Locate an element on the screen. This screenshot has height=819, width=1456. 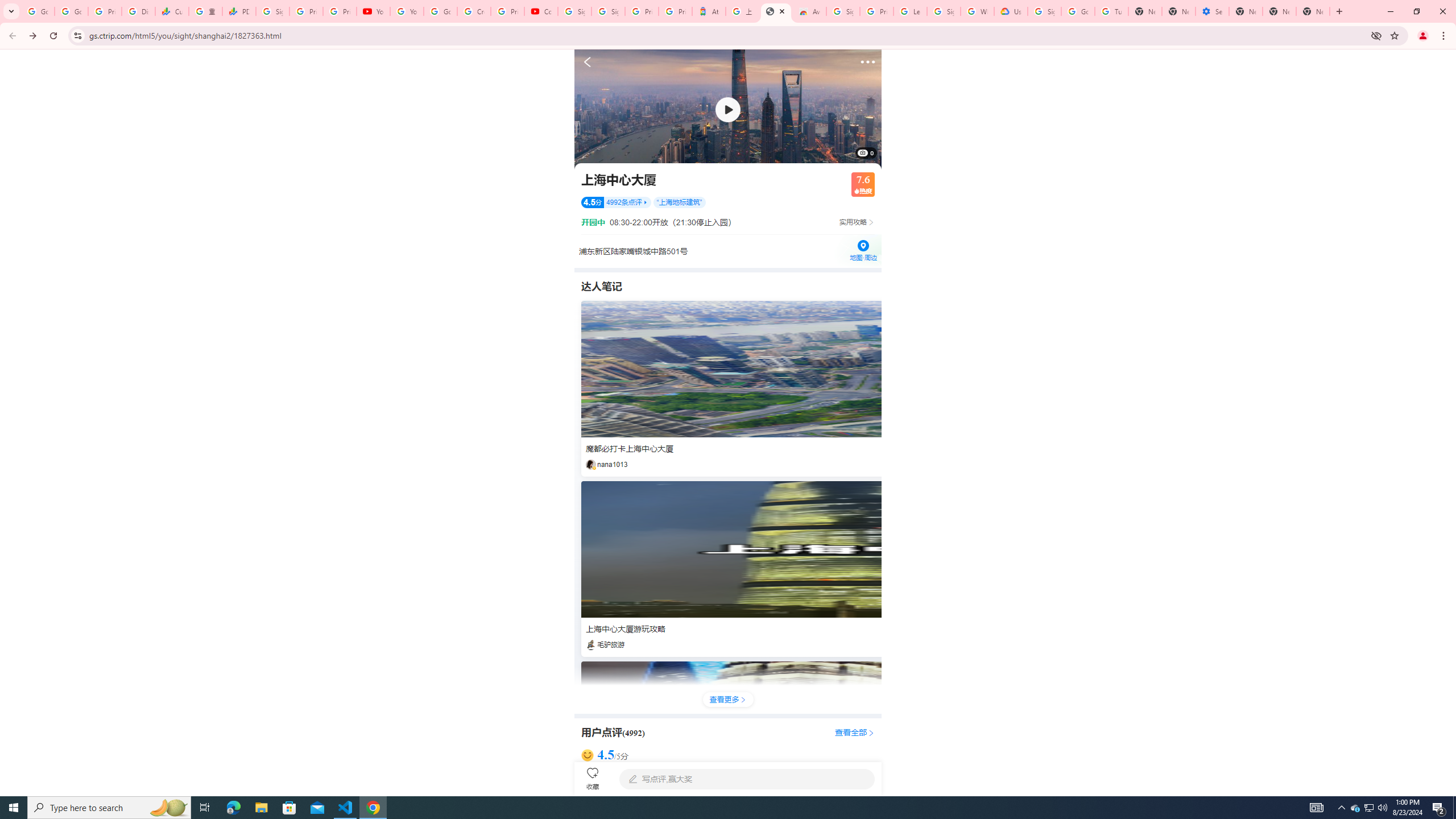
'Google Workspace Admin Community' is located at coordinates (37, 11).